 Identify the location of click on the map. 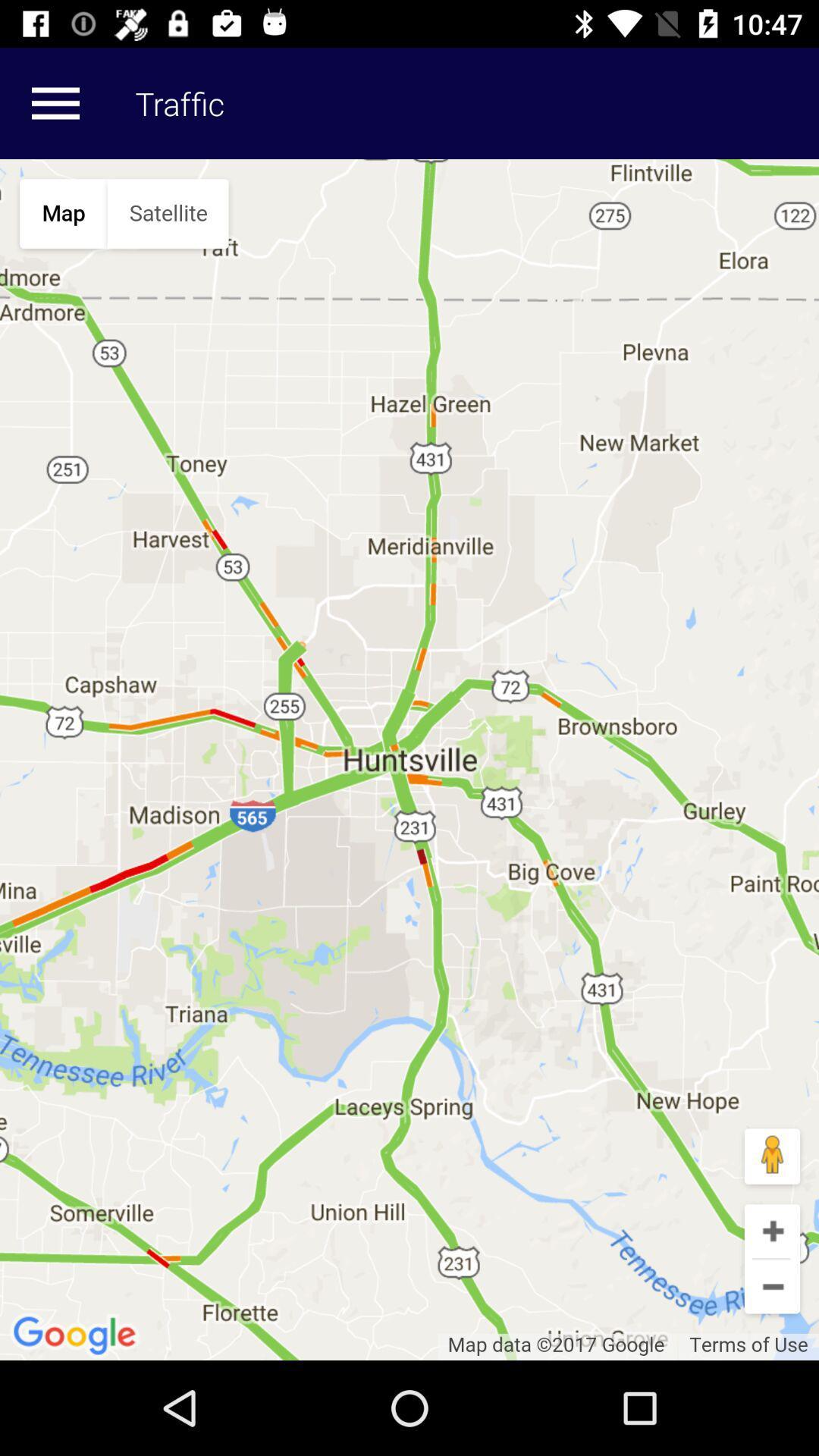
(409, 760).